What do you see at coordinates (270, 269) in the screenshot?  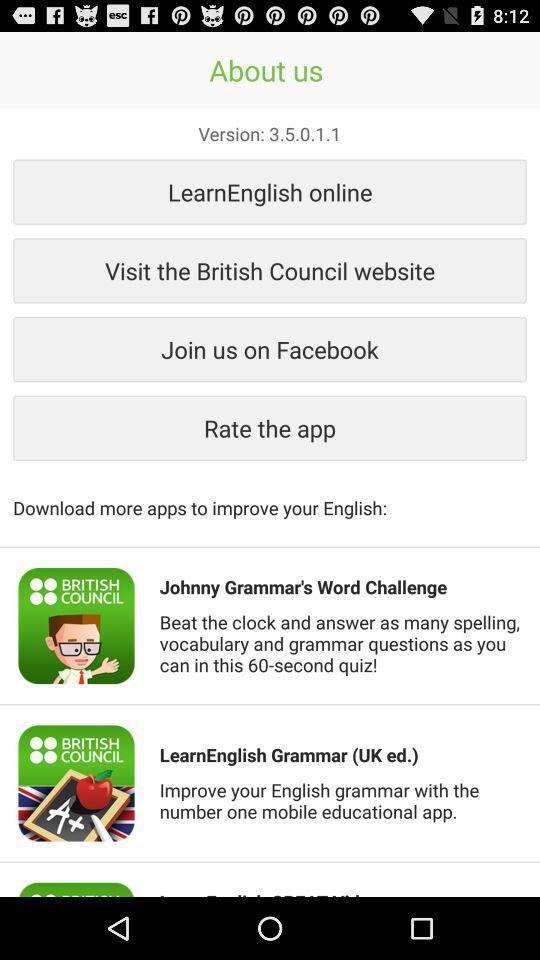 I see `the button below the learnenglish online icon` at bounding box center [270, 269].